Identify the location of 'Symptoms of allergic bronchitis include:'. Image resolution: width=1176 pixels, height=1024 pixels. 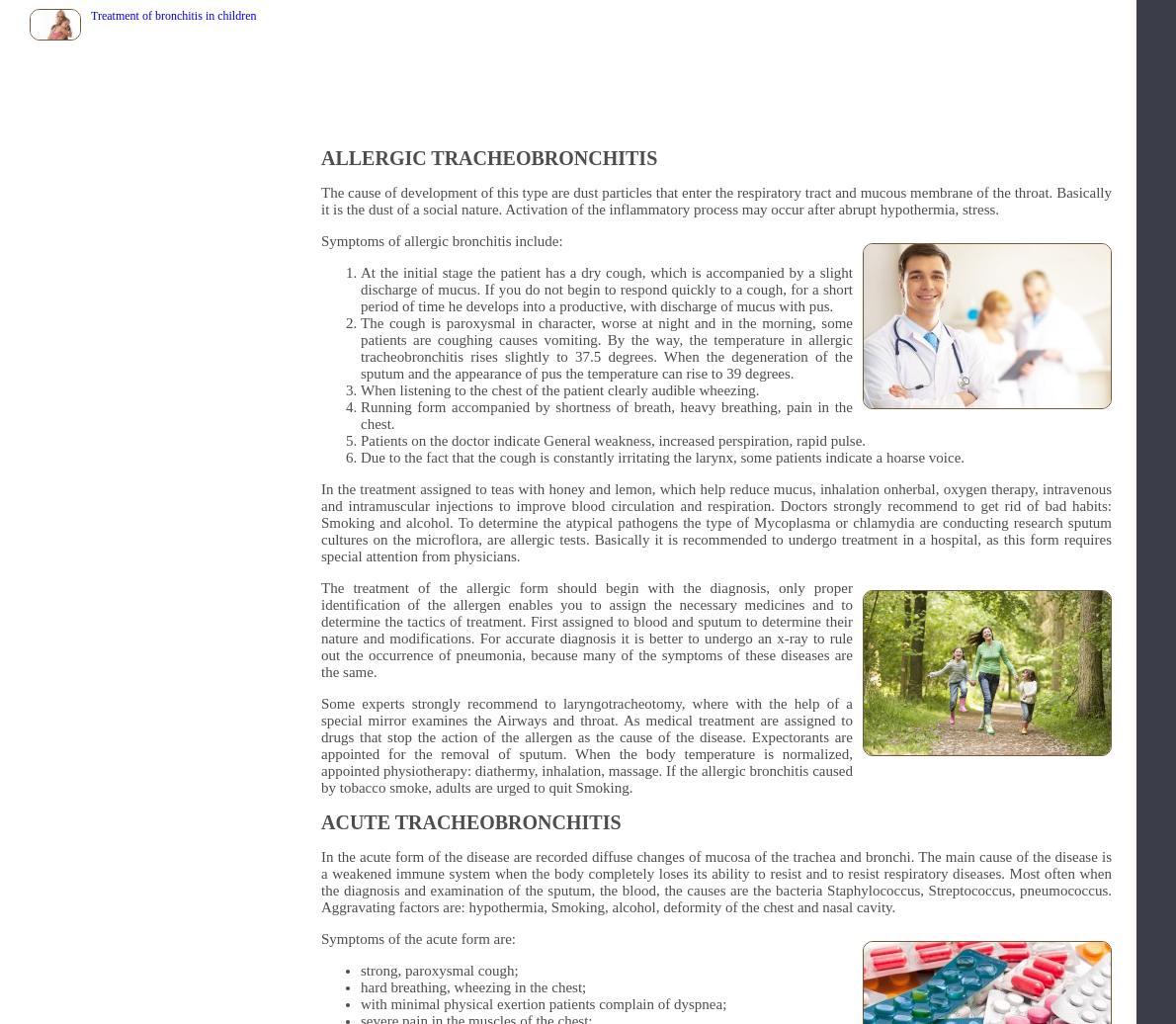
(320, 240).